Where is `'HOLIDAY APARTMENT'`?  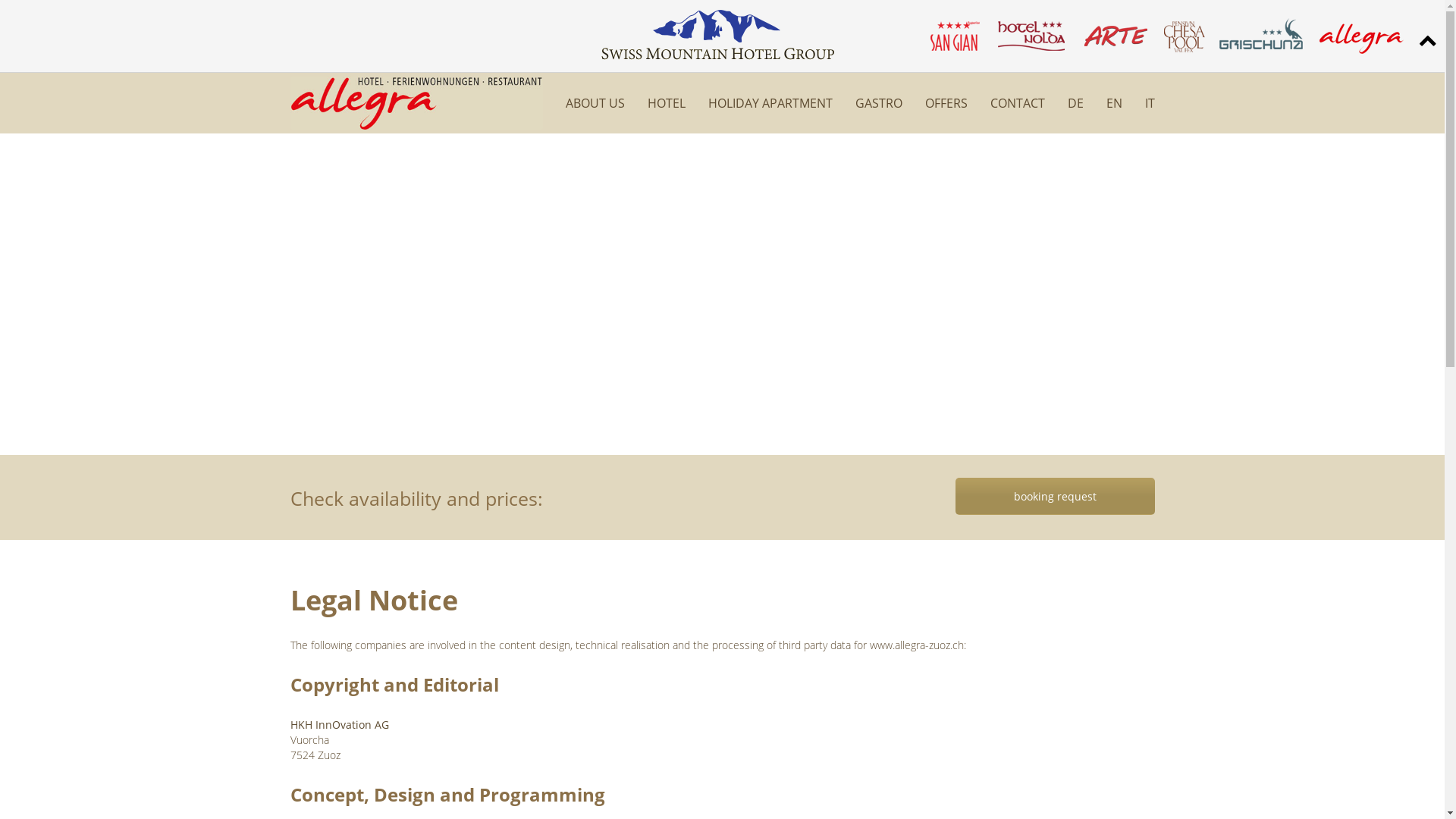
'HOLIDAY APARTMENT' is located at coordinates (770, 102).